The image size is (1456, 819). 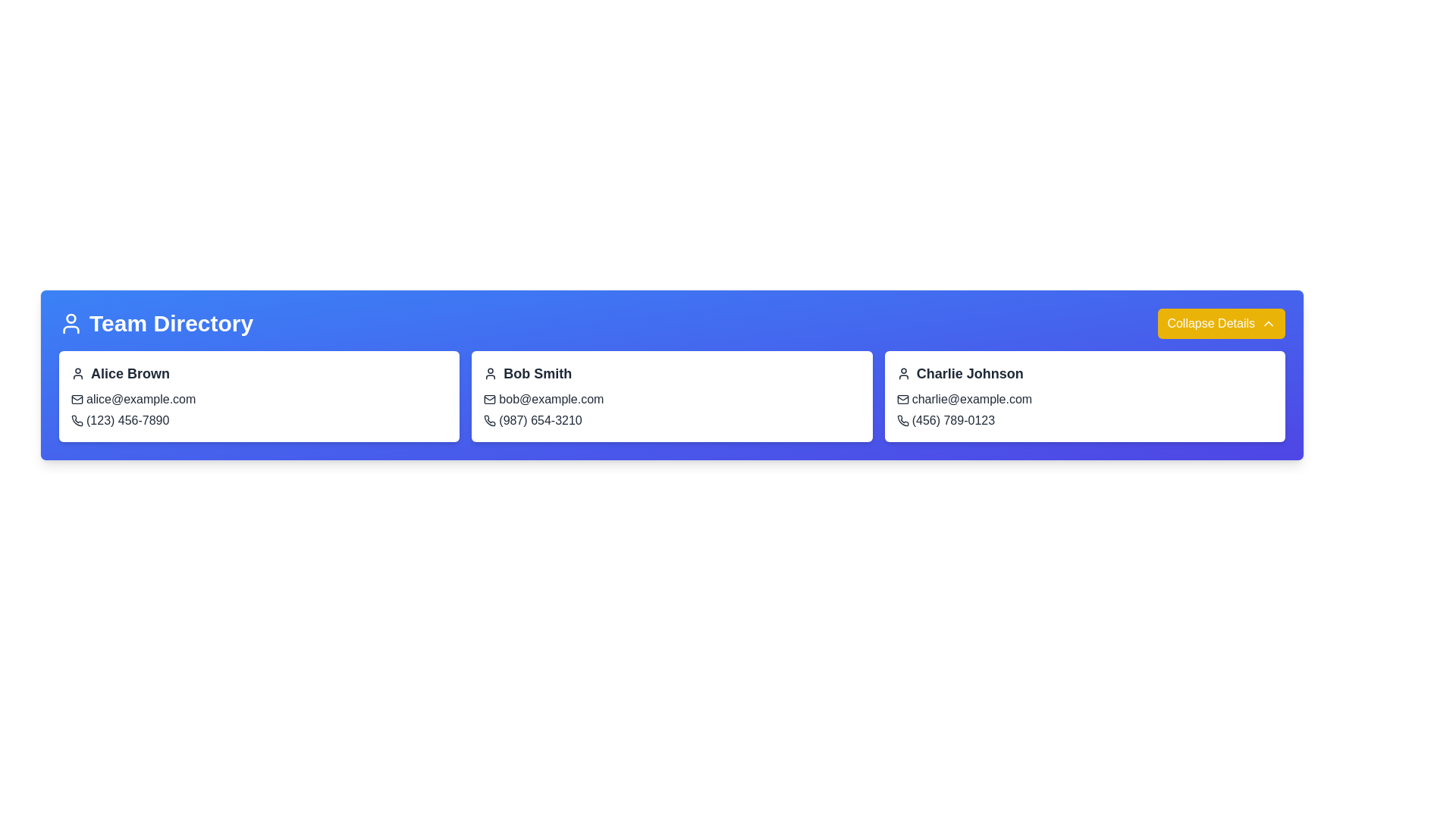 I want to click on the phone icon located within Bob Smith's contact card, which indicates a calling functionality, so click(x=490, y=421).